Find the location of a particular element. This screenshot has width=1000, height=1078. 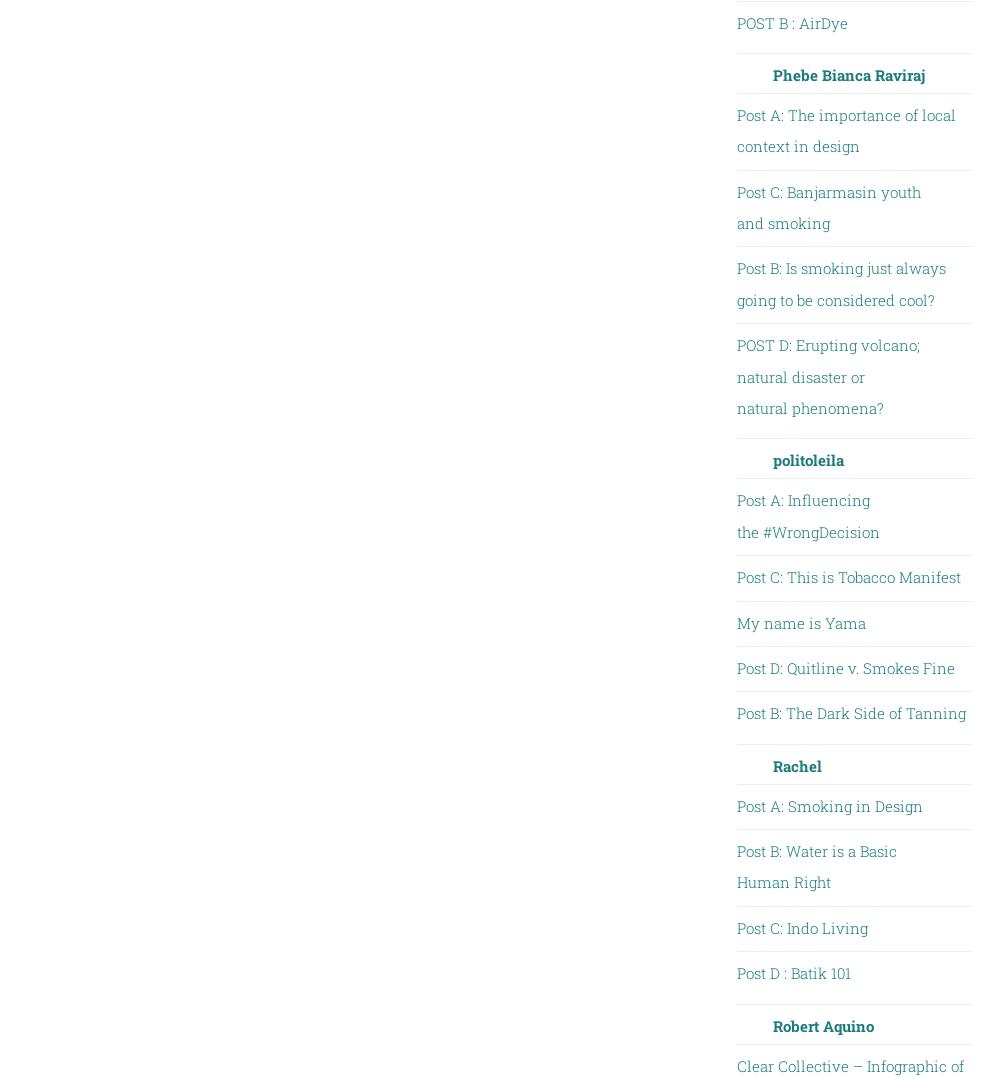

'politoleila' is located at coordinates (772, 459).